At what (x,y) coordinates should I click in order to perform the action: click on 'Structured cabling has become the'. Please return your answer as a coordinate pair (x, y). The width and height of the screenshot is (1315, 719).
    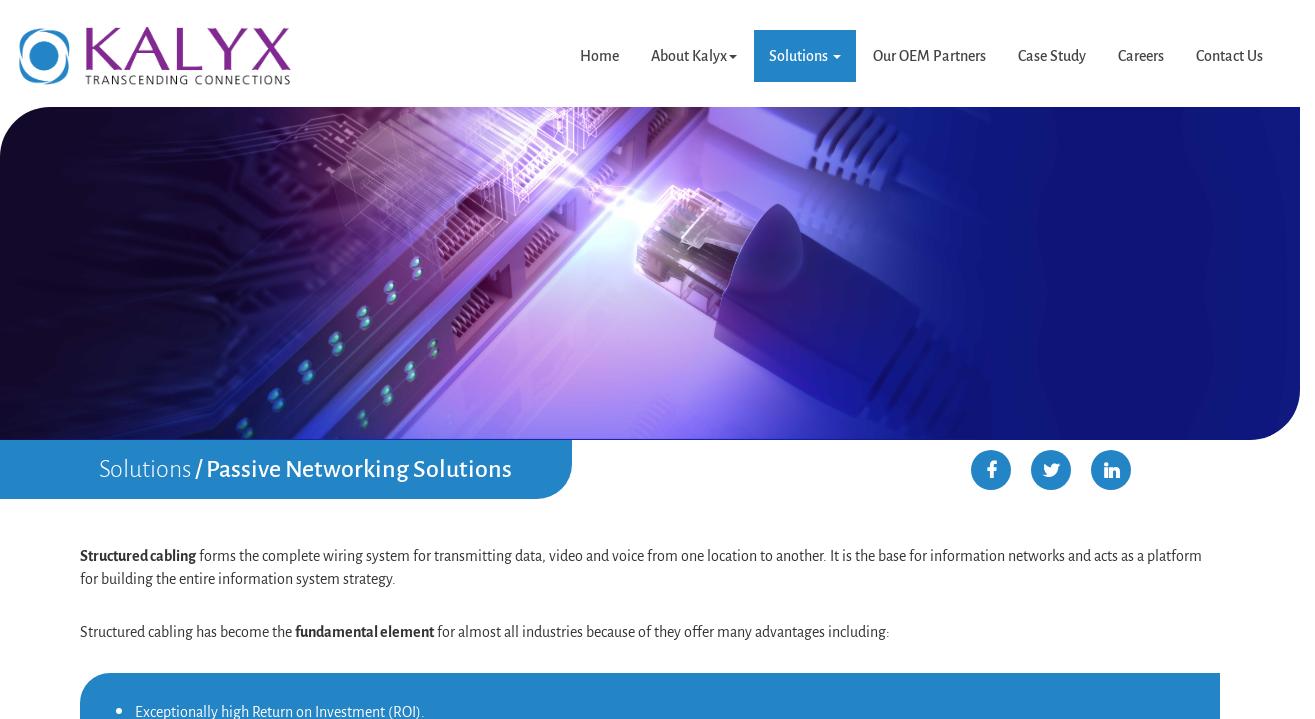
    Looking at the image, I should click on (187, 629).